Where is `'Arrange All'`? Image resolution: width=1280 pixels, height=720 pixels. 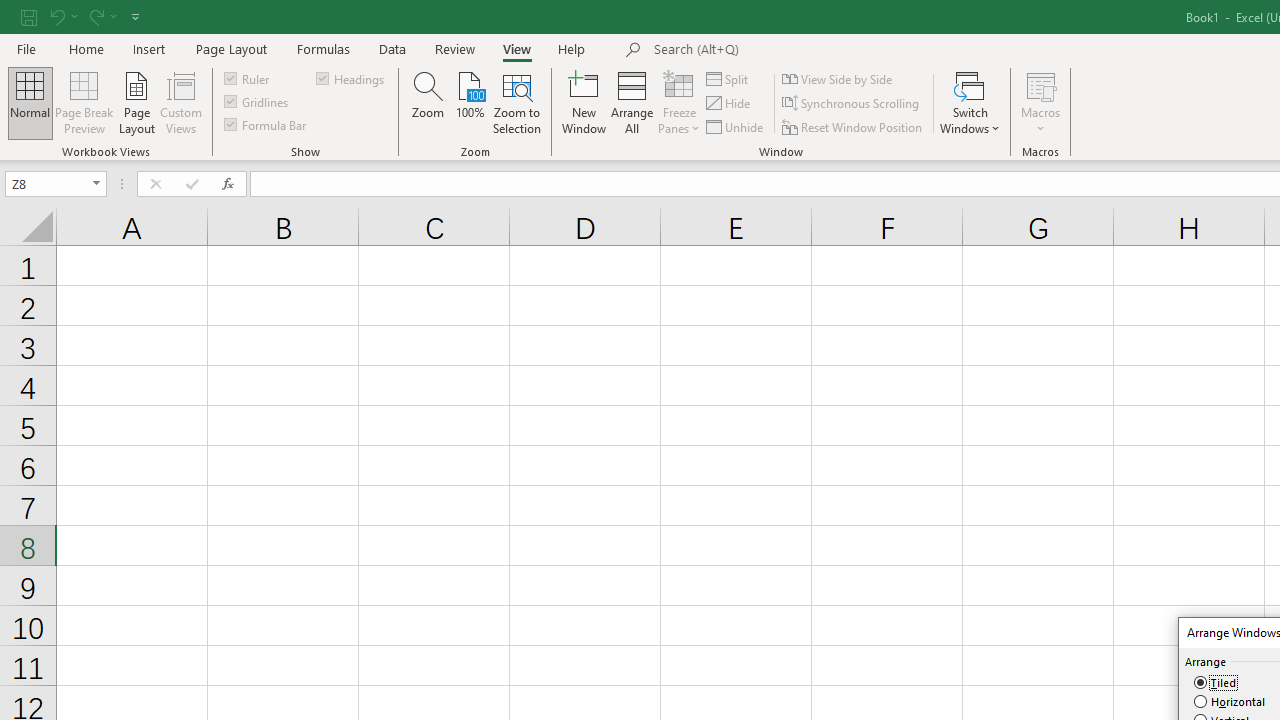 'Arrange All' is located at coordinates (631, 103).